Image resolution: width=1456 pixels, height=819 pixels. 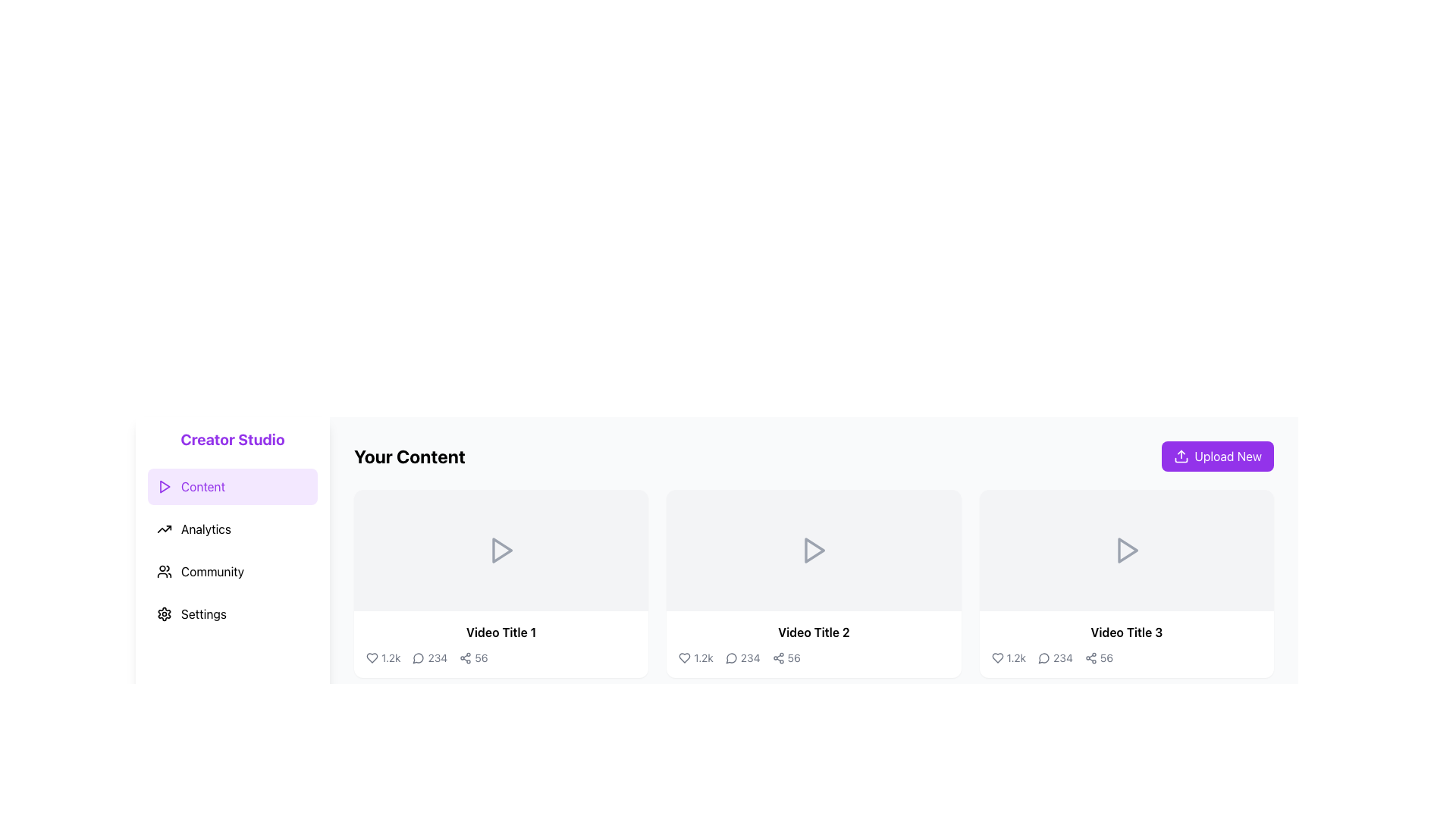 What do you see at coordinates (232, 614) in the screenshot?
I see `the 'Settings' navigation list item in the left sidebar` at bounding box center [232, 614].